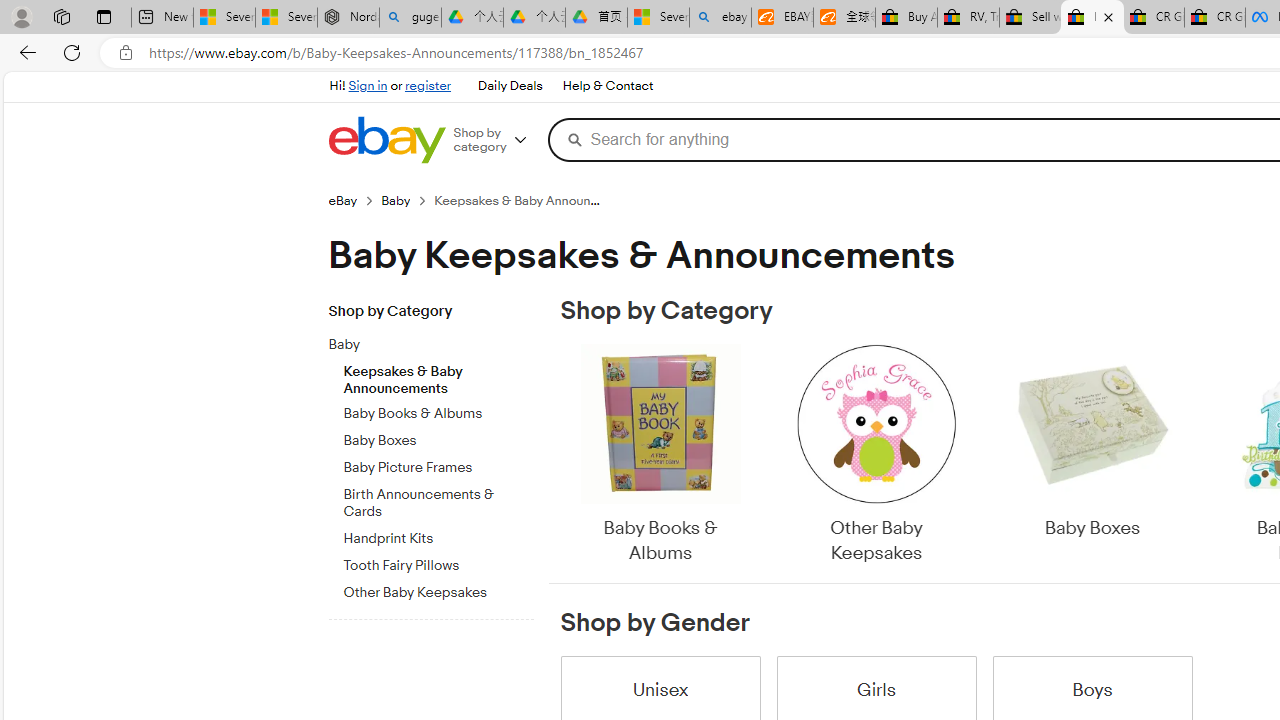 Image resolution: width=1280 pixels, height=720 pixels. What do you see at coordinates (437, 538) in the screenshot?
I see `'Handprint Kits'` at bounding box center [437, 538].